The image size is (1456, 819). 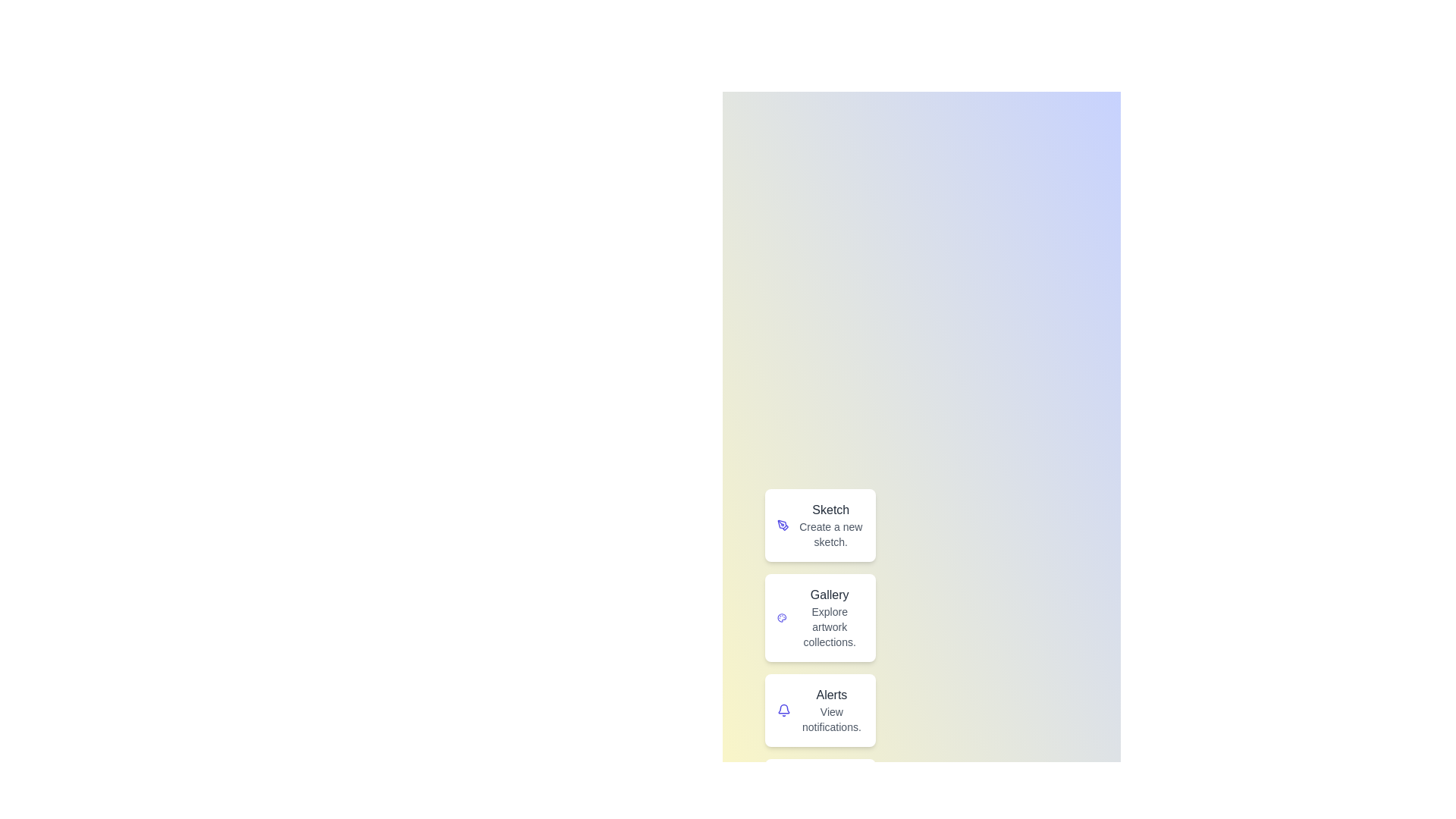 I want to click on the icon labeled 'Gallery' to inspect its visual feedback, so click(x=783, y=617).